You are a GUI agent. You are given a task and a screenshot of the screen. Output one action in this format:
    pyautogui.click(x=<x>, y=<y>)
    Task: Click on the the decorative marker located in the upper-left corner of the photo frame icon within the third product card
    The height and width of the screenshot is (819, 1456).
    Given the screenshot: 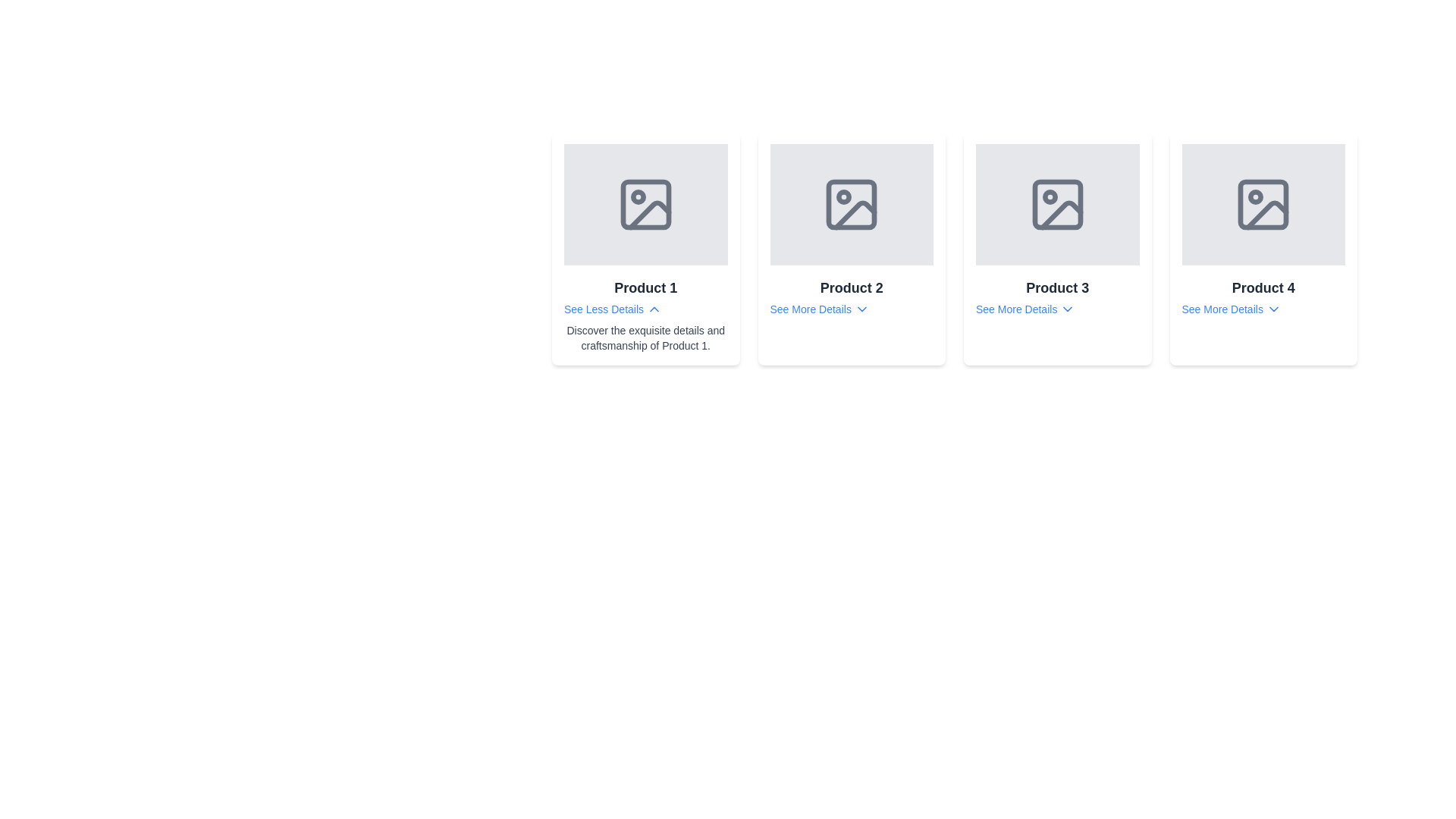 What is the action you would take?
    pyautogui.click(x=1049, y=196)
    